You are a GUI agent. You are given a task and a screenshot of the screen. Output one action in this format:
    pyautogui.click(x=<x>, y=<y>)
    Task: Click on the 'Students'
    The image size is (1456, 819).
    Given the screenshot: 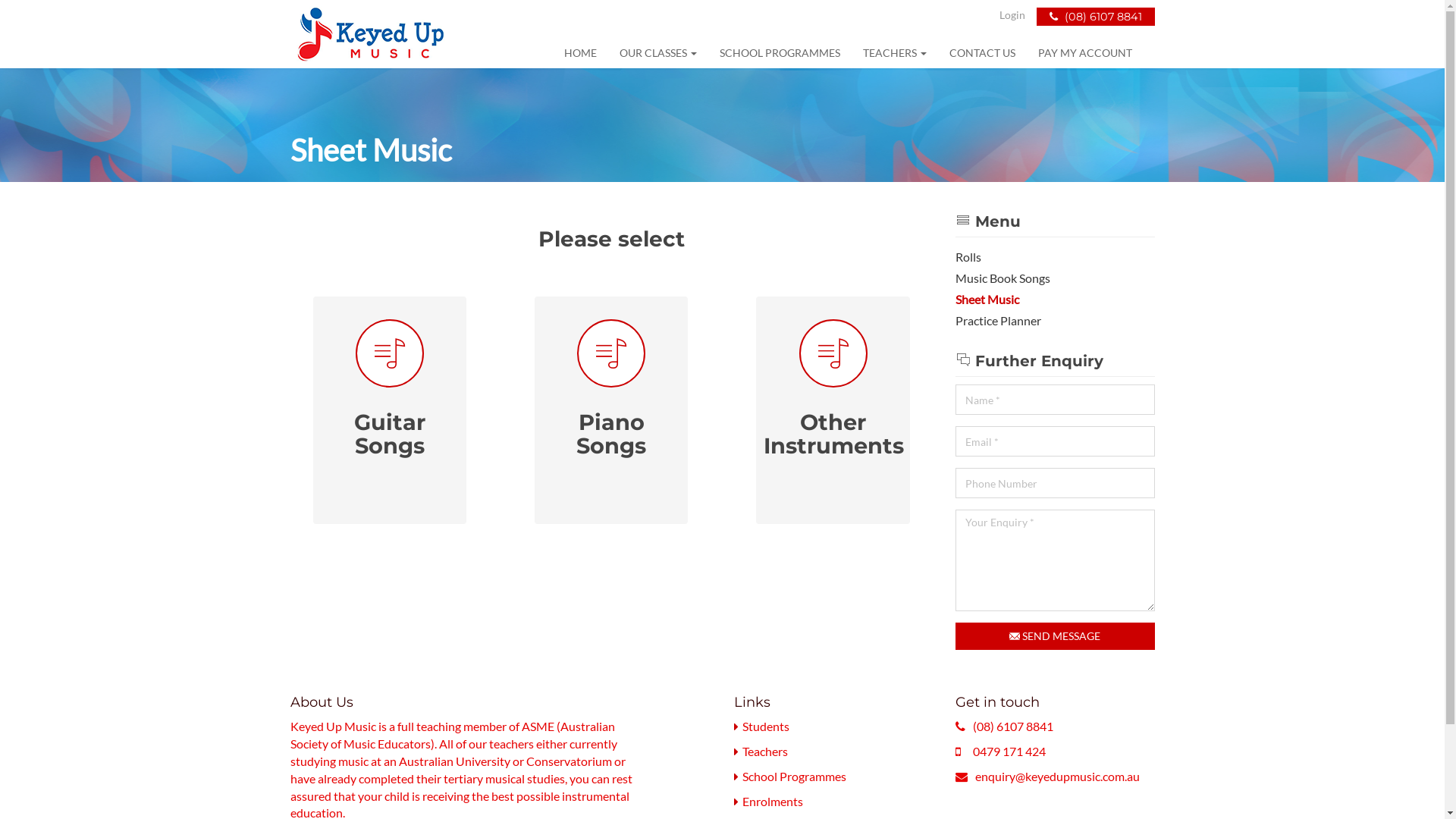 What is the action you would take?
    pyautogui.click(x=764, y=725)
    